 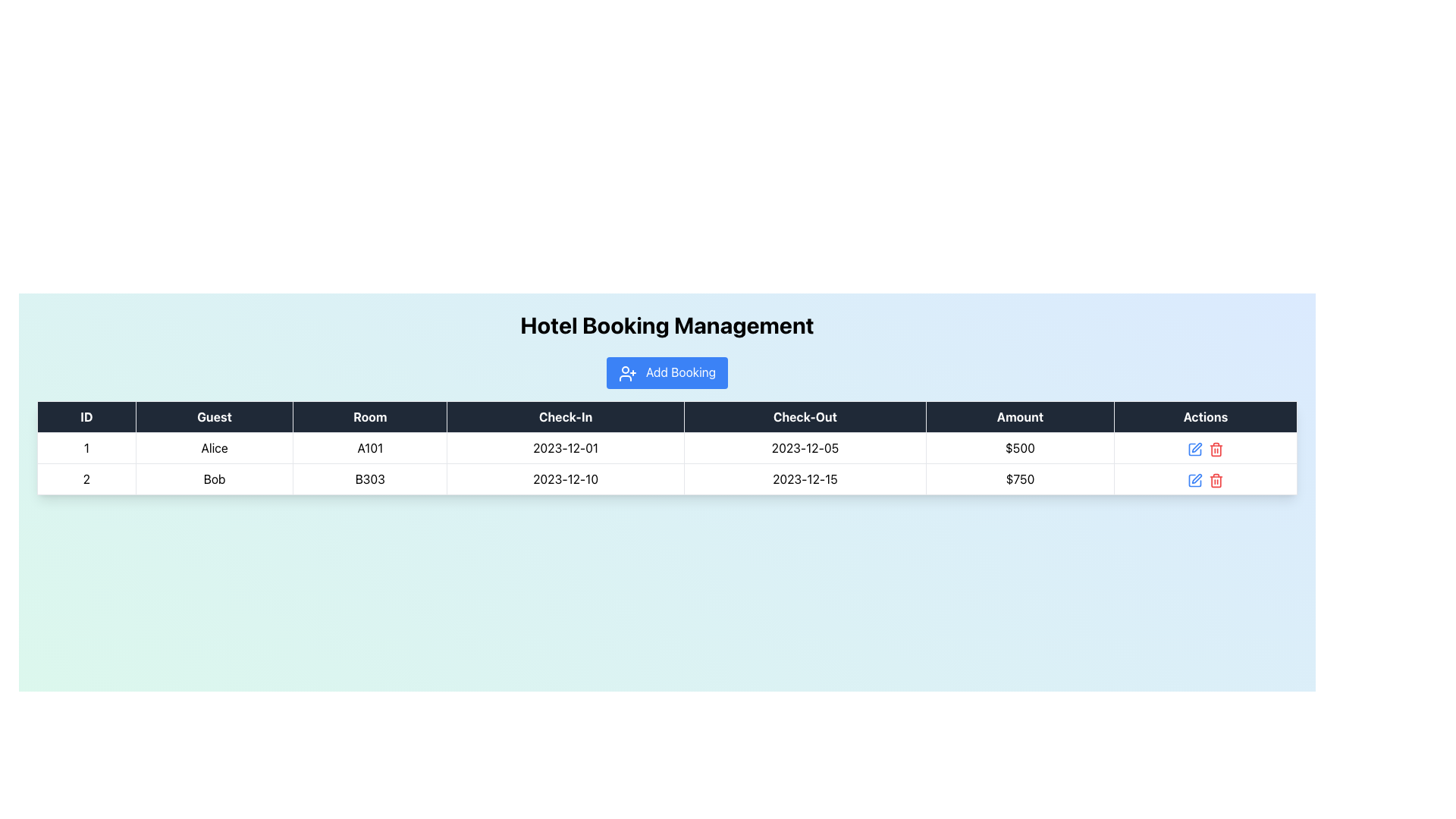 What do you see at coordinates (1020, 416) in the screenshot?
I see `the header label for the 'Amount' column in the booking management table, which is the sixth column from the left, located between 'Check-Out' and 'Actions'` at bounding box center [1020, 416].